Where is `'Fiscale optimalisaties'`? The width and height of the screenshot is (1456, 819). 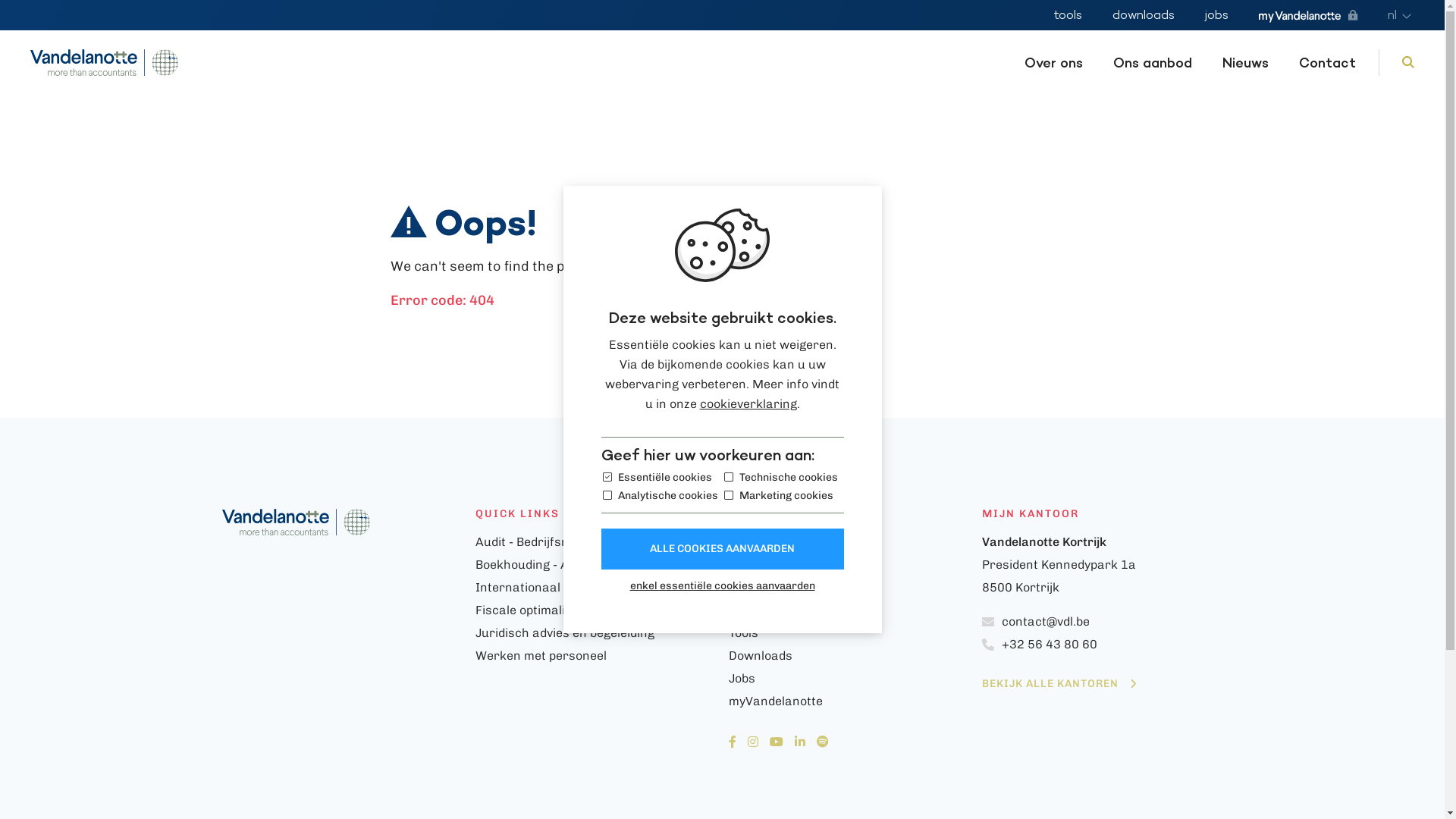 'Fiscale optimalisaties' is located at coordinates (537, 609).